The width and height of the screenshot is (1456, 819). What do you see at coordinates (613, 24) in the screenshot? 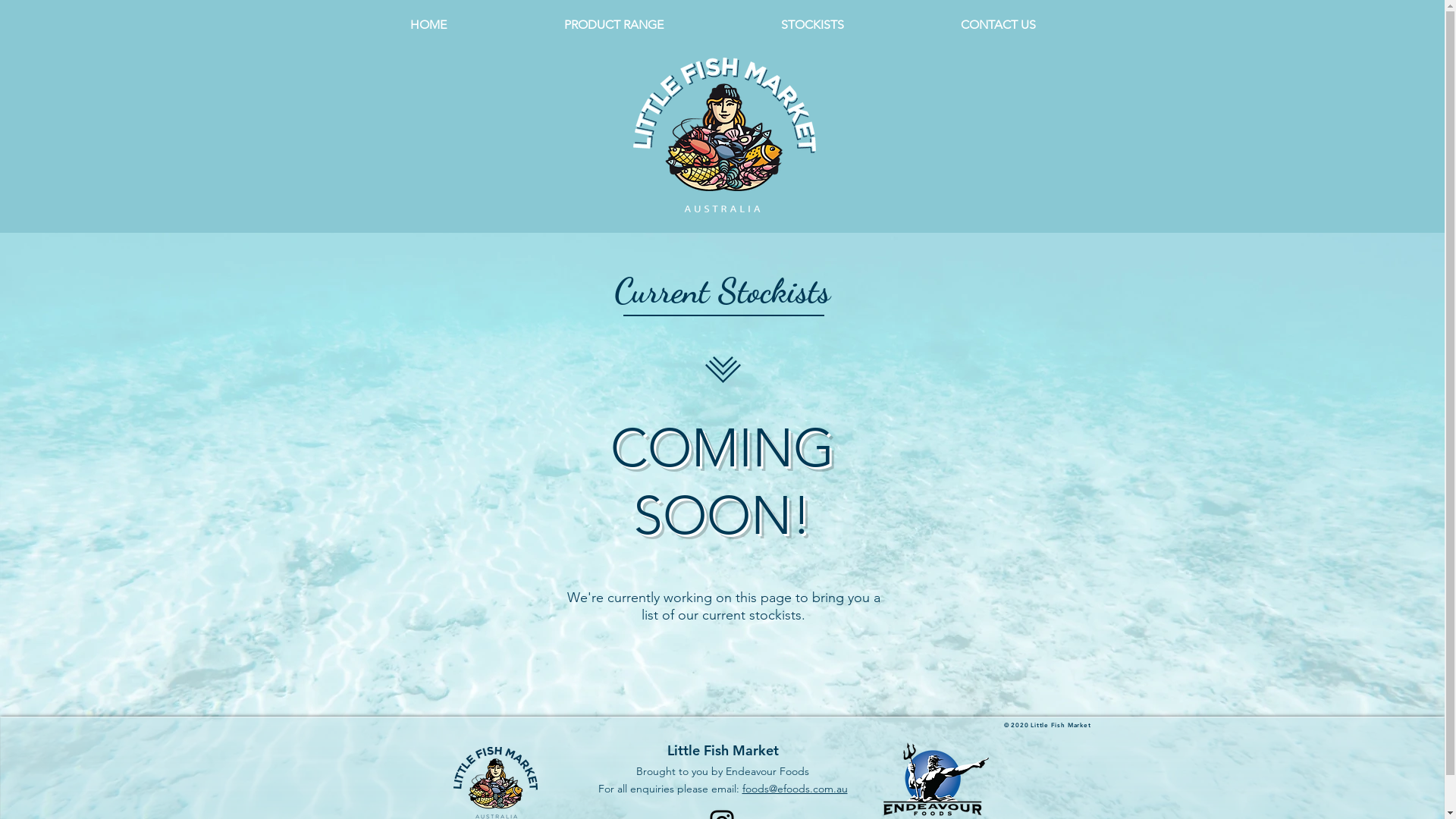
I see `'PRODUCT RANGE'` at bounding box center [613, 24].